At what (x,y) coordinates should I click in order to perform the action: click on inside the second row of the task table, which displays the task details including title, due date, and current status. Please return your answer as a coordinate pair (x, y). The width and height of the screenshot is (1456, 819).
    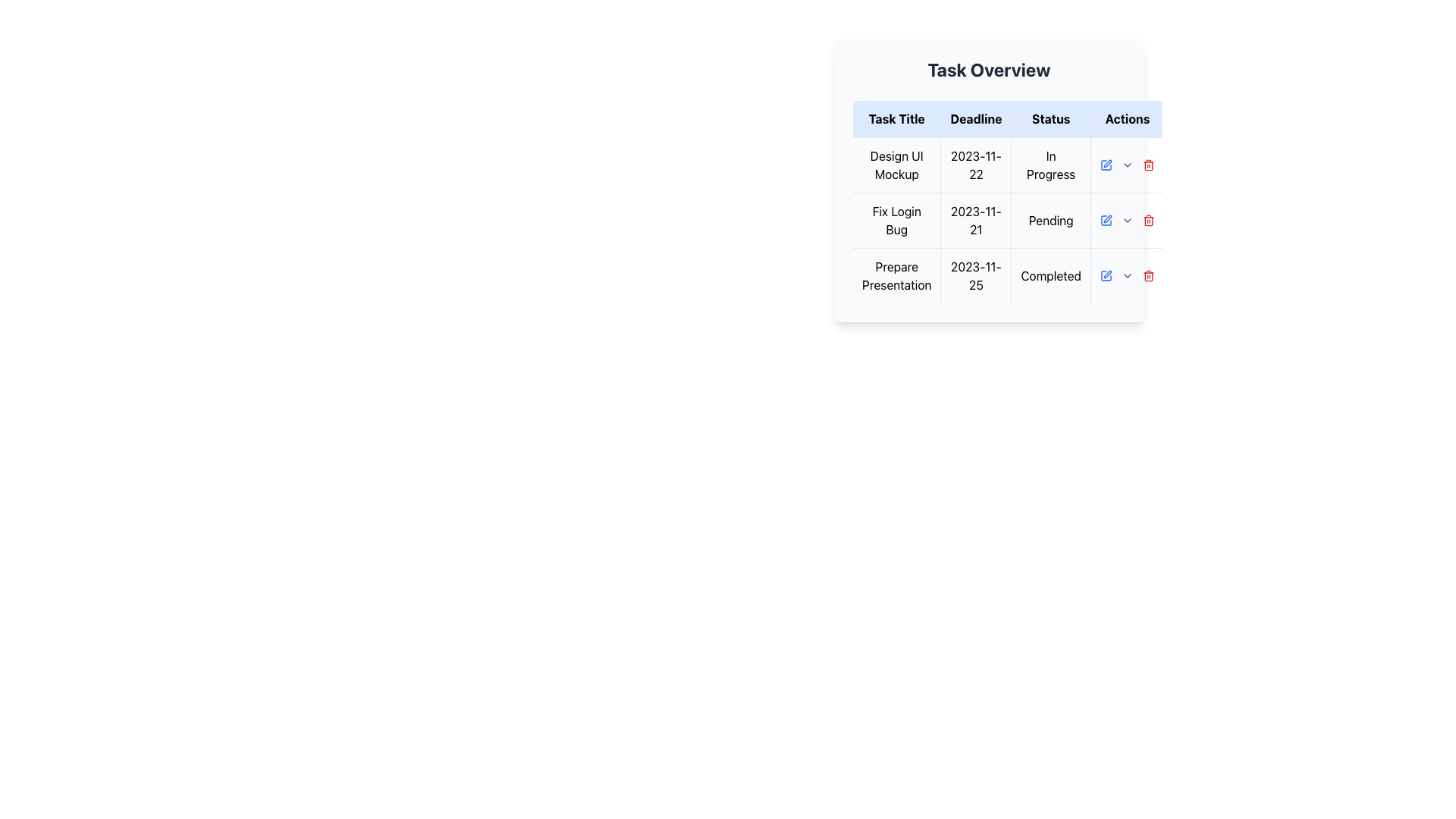
    Looking at the image, I should click on (1008, 220).